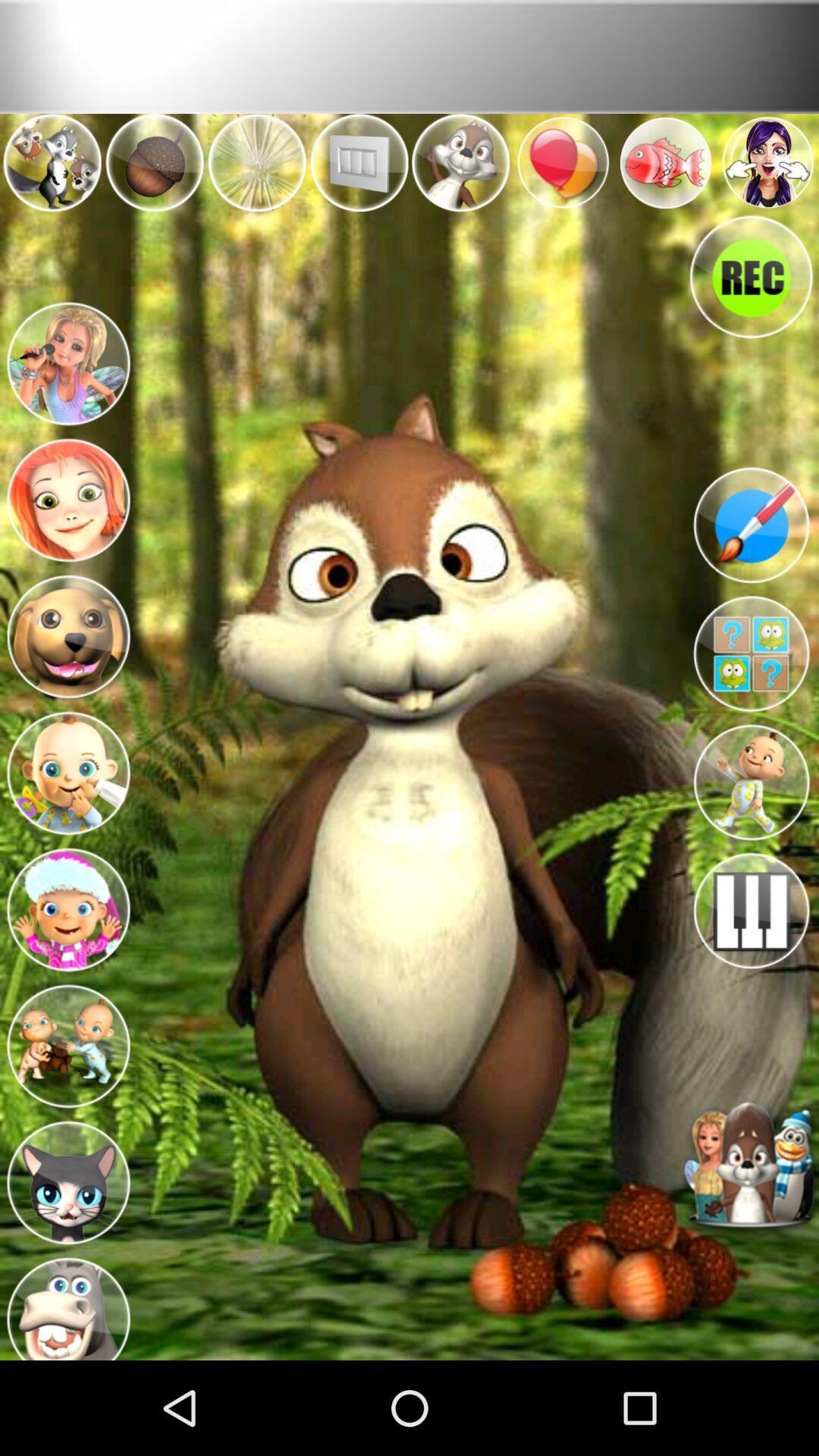 The height and width of the screenshot is (1456, 819). I want to click on the edit icon, so click(751, 561).